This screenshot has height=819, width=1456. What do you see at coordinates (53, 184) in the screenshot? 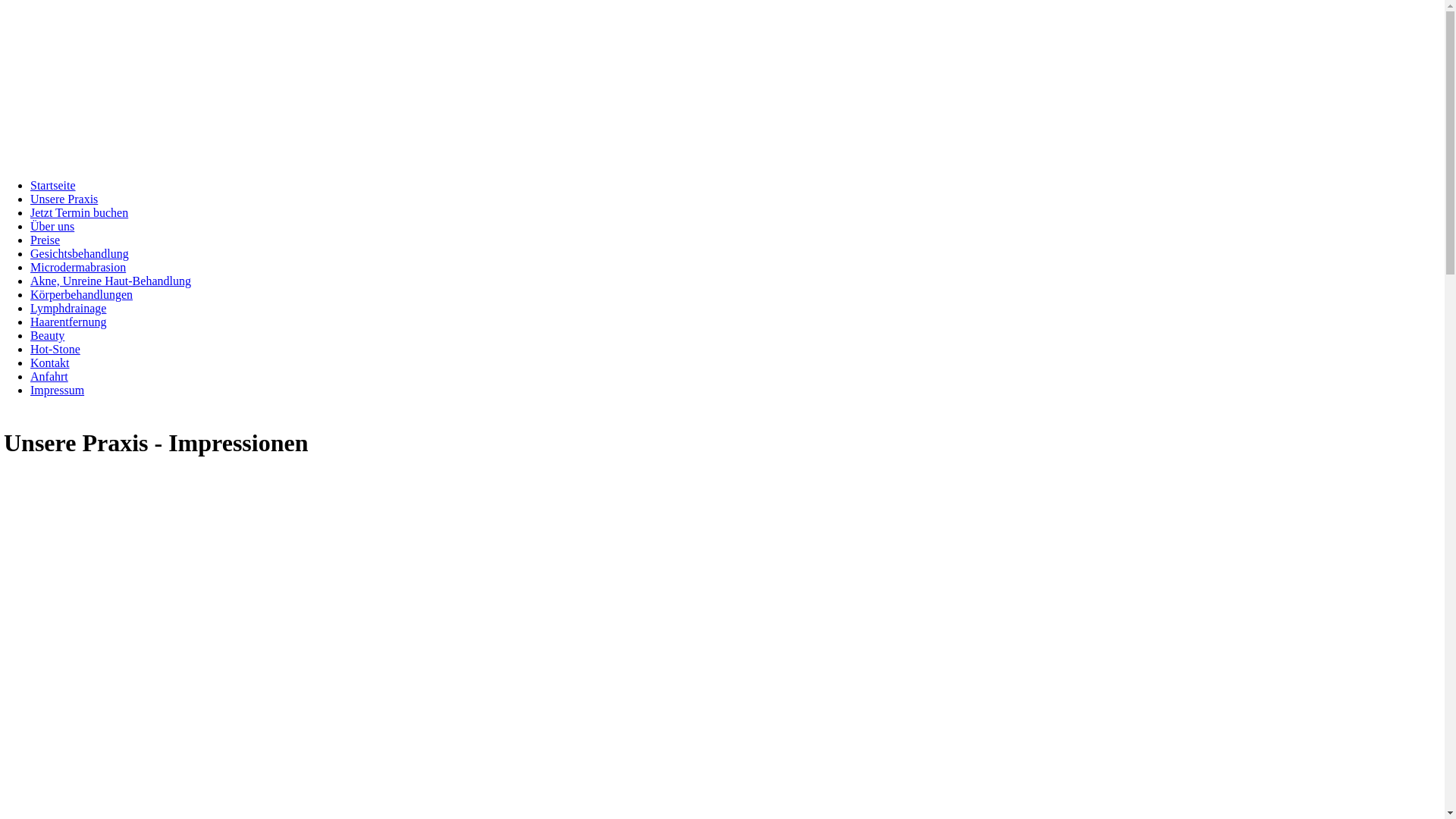
I see `'Startseite'` at bounding box center [53, 184].